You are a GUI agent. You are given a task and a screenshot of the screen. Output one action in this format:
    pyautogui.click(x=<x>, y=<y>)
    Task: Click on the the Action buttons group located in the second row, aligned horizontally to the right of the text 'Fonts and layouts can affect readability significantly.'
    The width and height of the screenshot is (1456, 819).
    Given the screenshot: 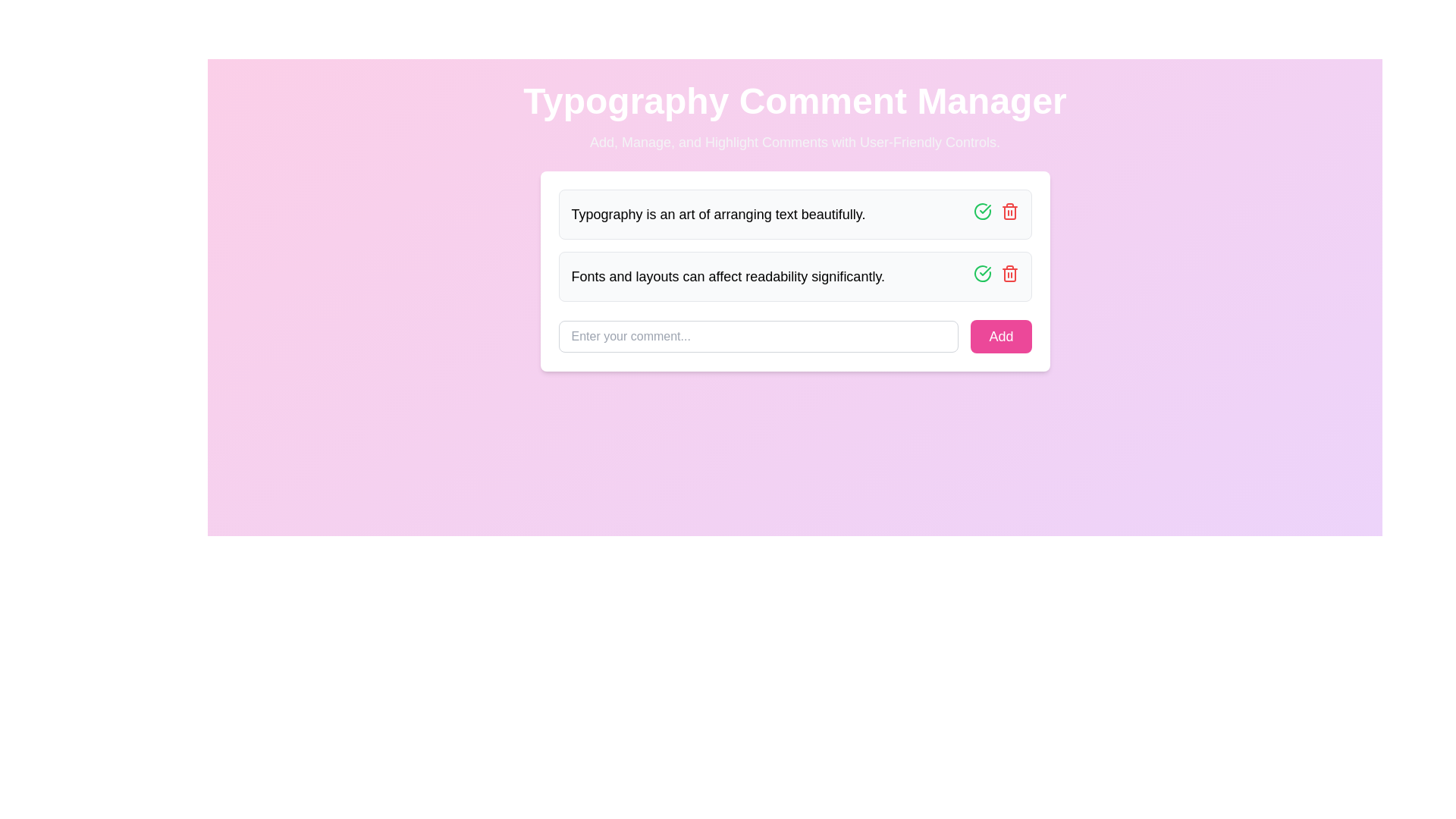 What is the action you would take?
    pyautogui.click(x=996, y=277)
    